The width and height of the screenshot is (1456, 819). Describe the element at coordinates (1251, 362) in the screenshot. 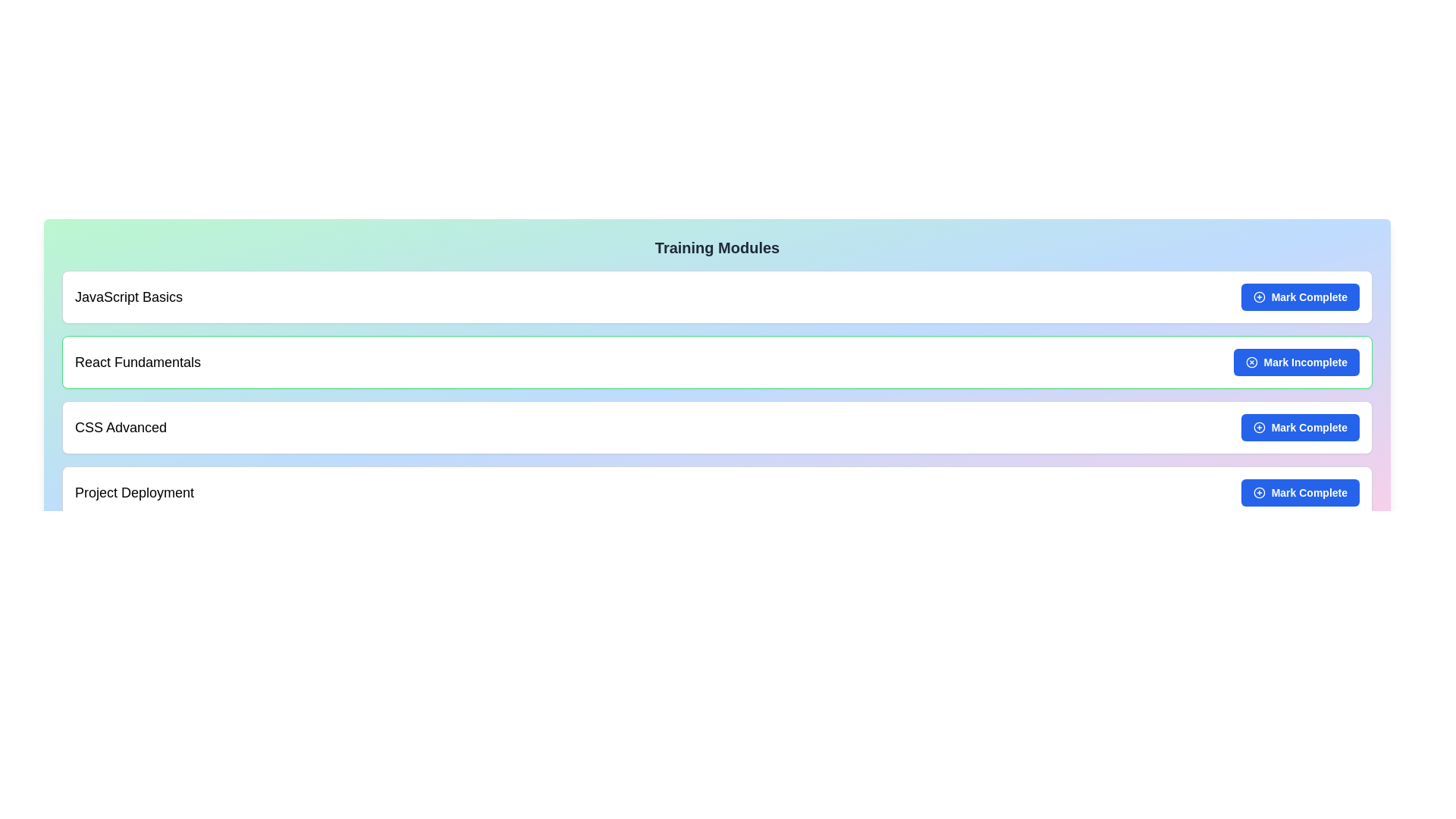

I see `the small circular icon with a cross inside, located within the 'Mark Incomplete' button, positioned to the left of the text label` at that location.